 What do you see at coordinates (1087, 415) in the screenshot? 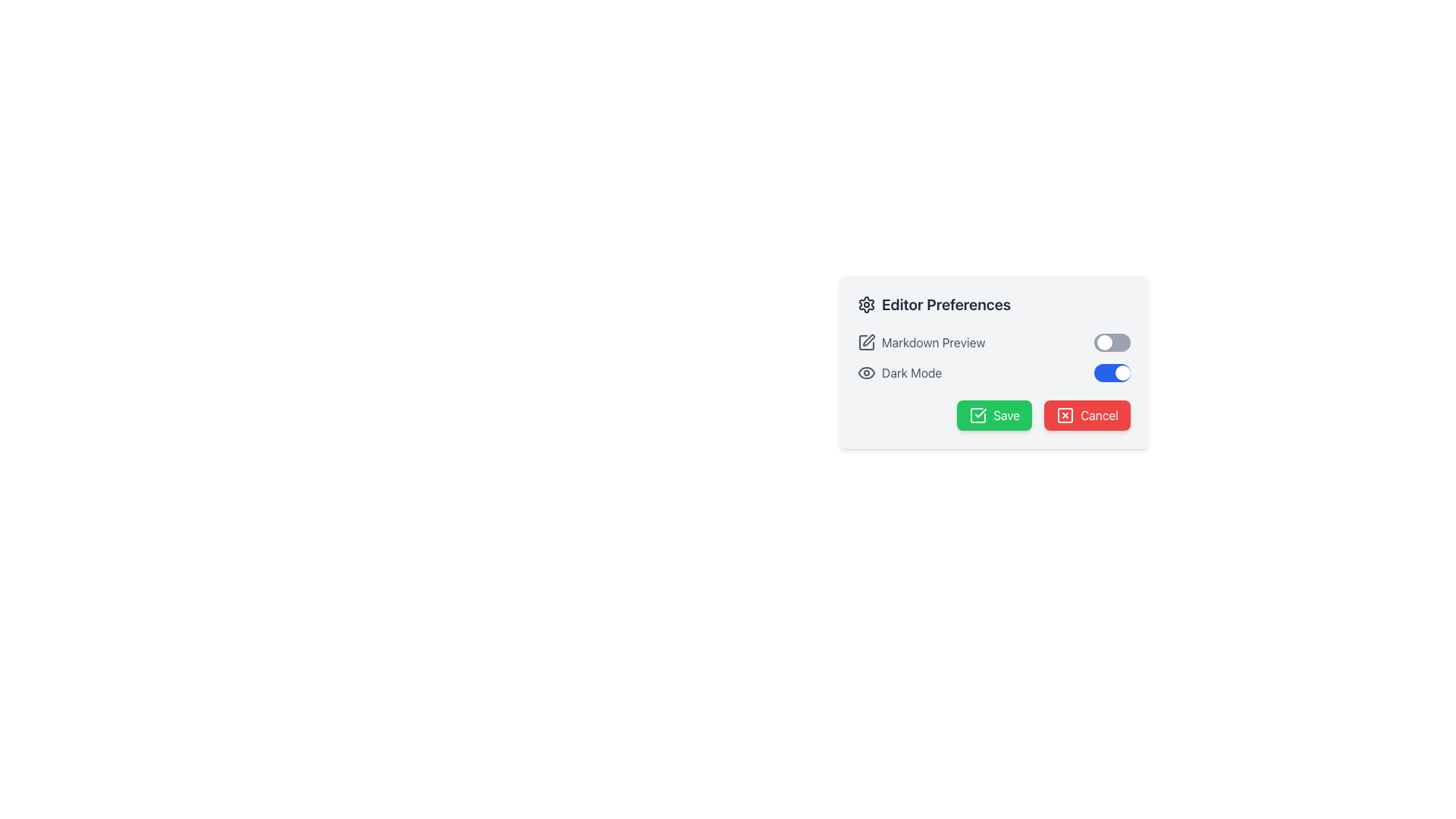
I see `the red rectangular 'Cancel' button with rounded corners, which features a white label and an 'X' icon` at bounding box center [1087, 415].